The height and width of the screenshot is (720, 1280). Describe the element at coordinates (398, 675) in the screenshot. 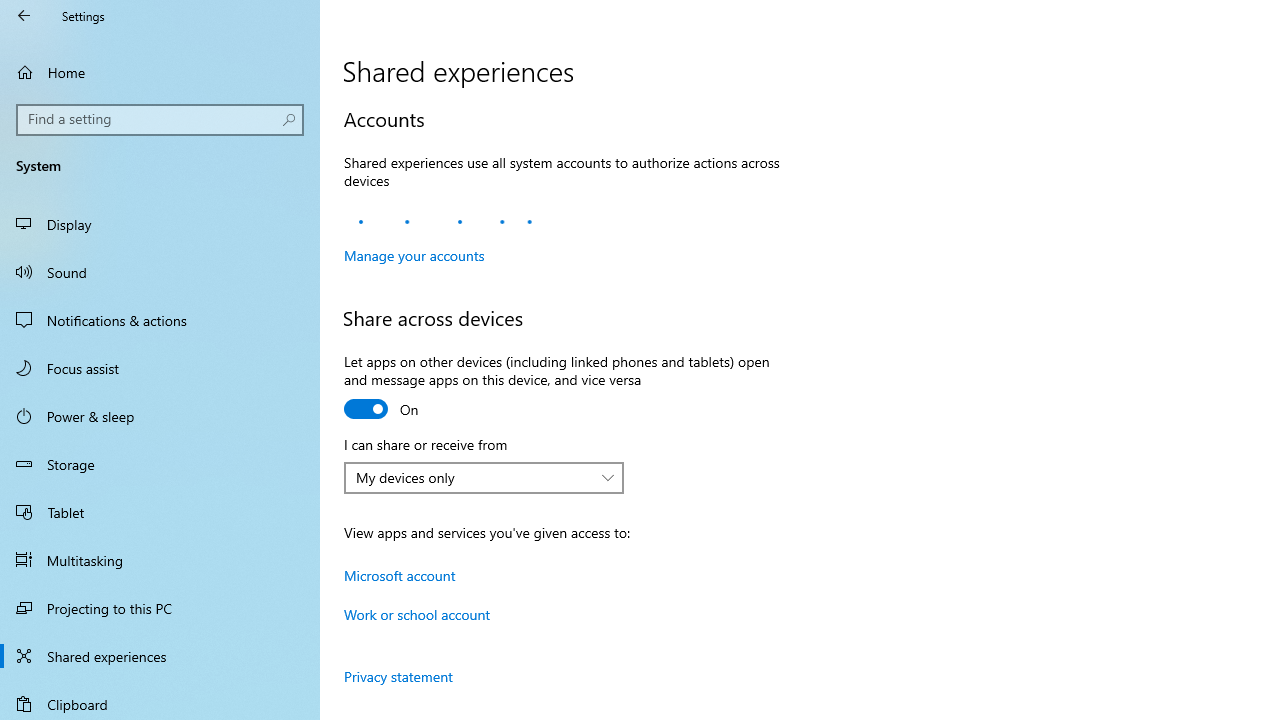

I see `'Privacy statement'` at that location.